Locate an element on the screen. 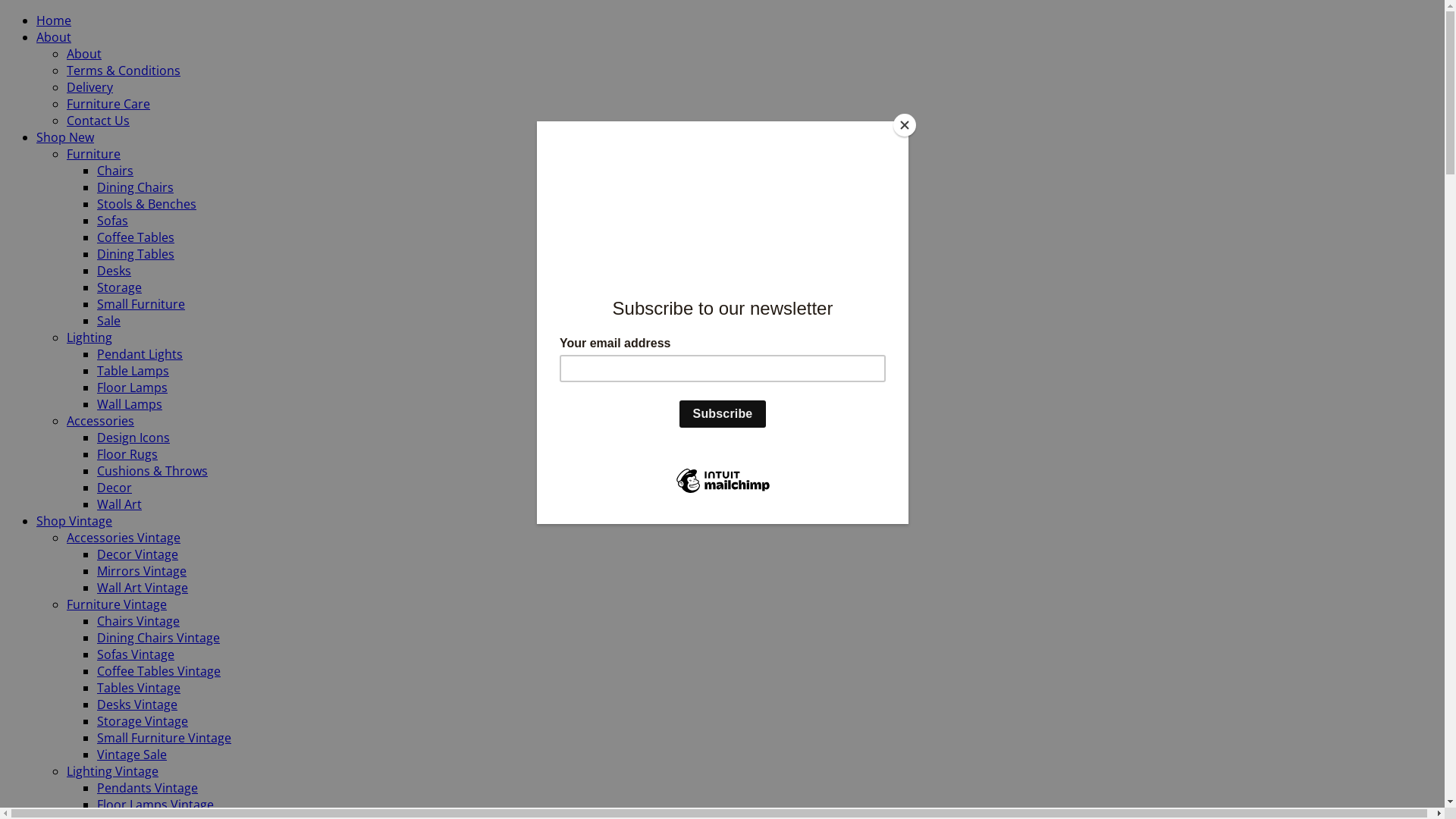 This screenshot has height=819, width=1456. 'Coffee Tables' is located at coordinates (135, 237).